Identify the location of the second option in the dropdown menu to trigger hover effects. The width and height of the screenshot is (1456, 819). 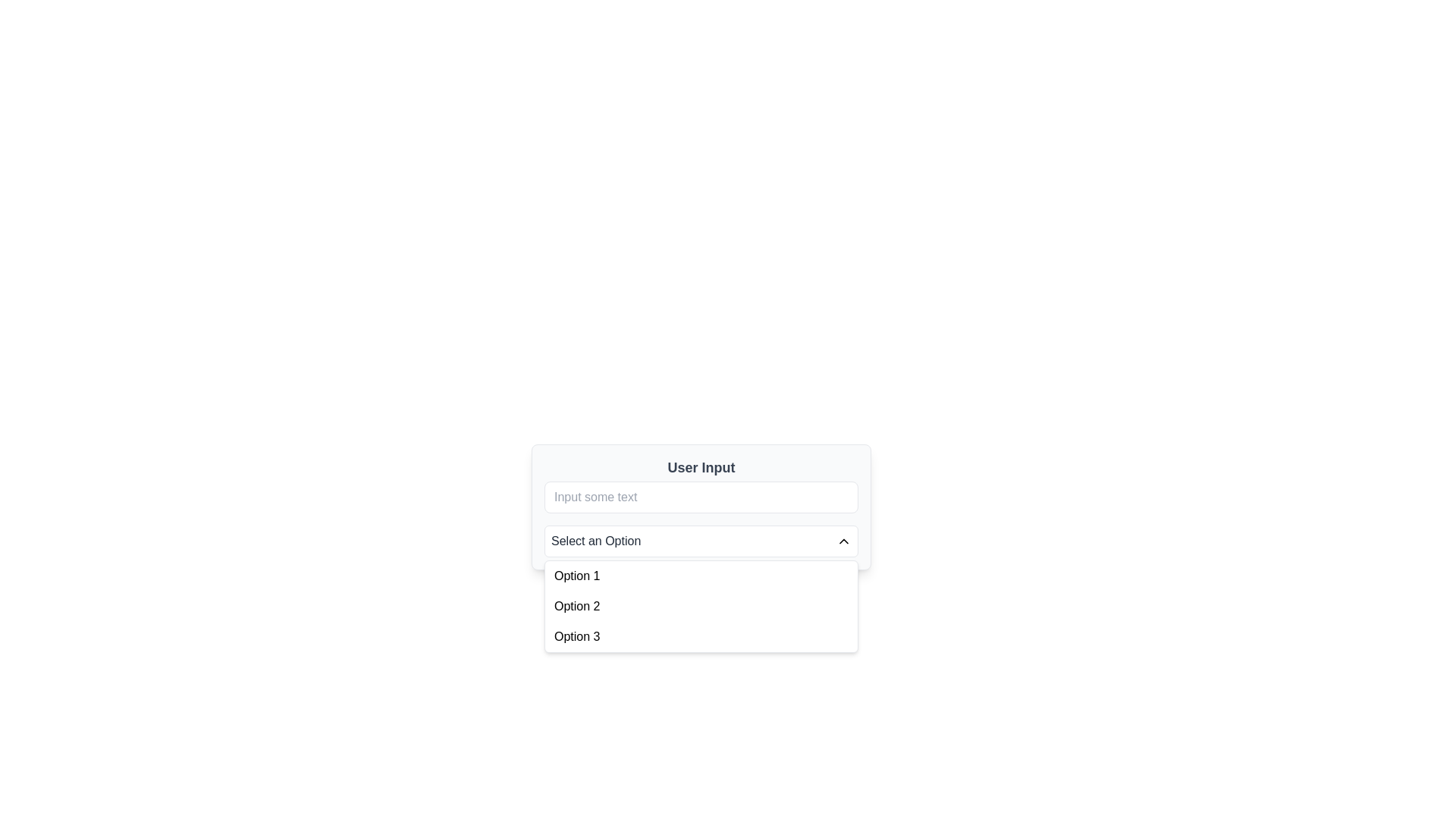
(701, 605).